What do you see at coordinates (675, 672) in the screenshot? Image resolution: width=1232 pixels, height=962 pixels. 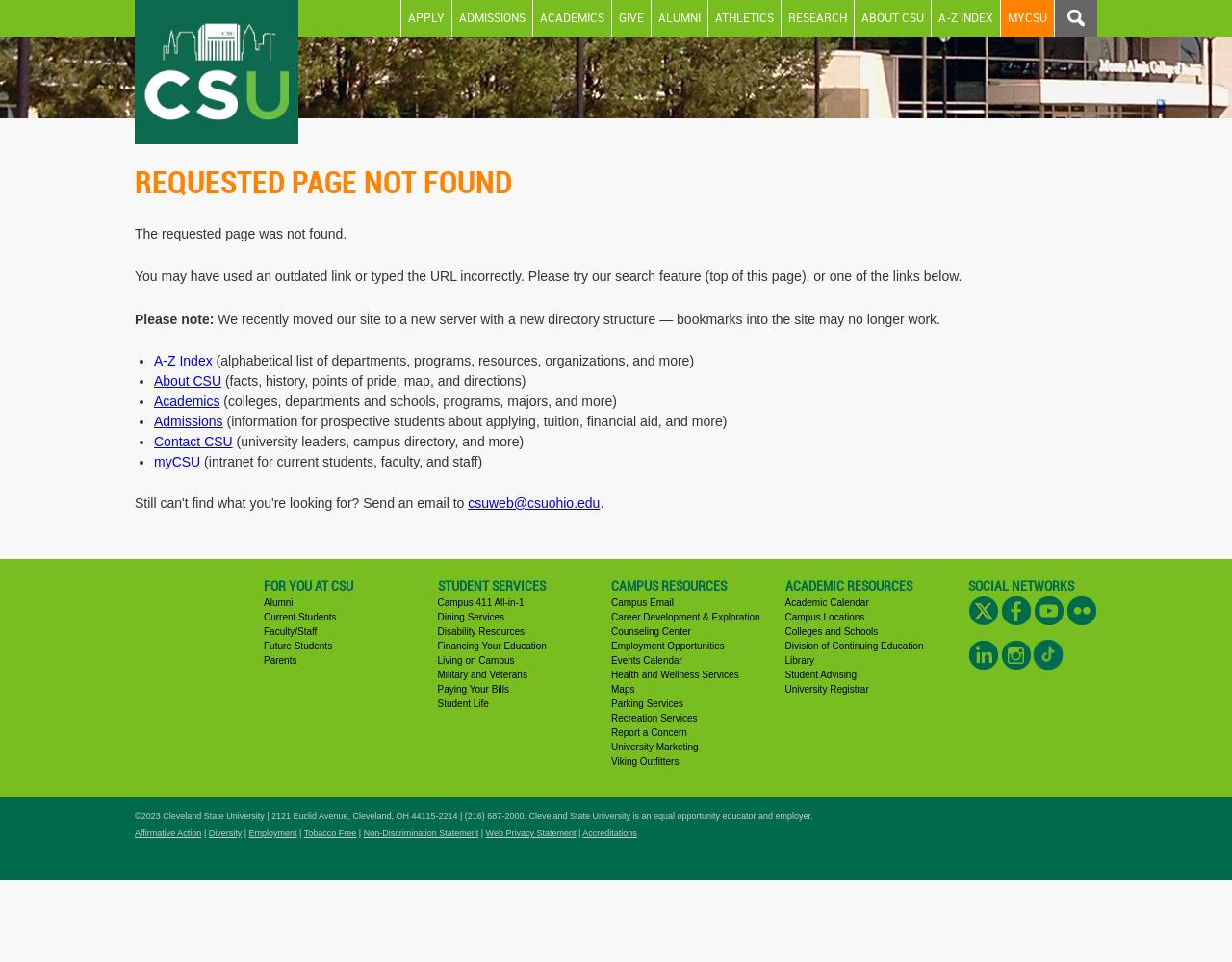 I see `'Health and Wellness Services'` at bounding box center [675, 672].